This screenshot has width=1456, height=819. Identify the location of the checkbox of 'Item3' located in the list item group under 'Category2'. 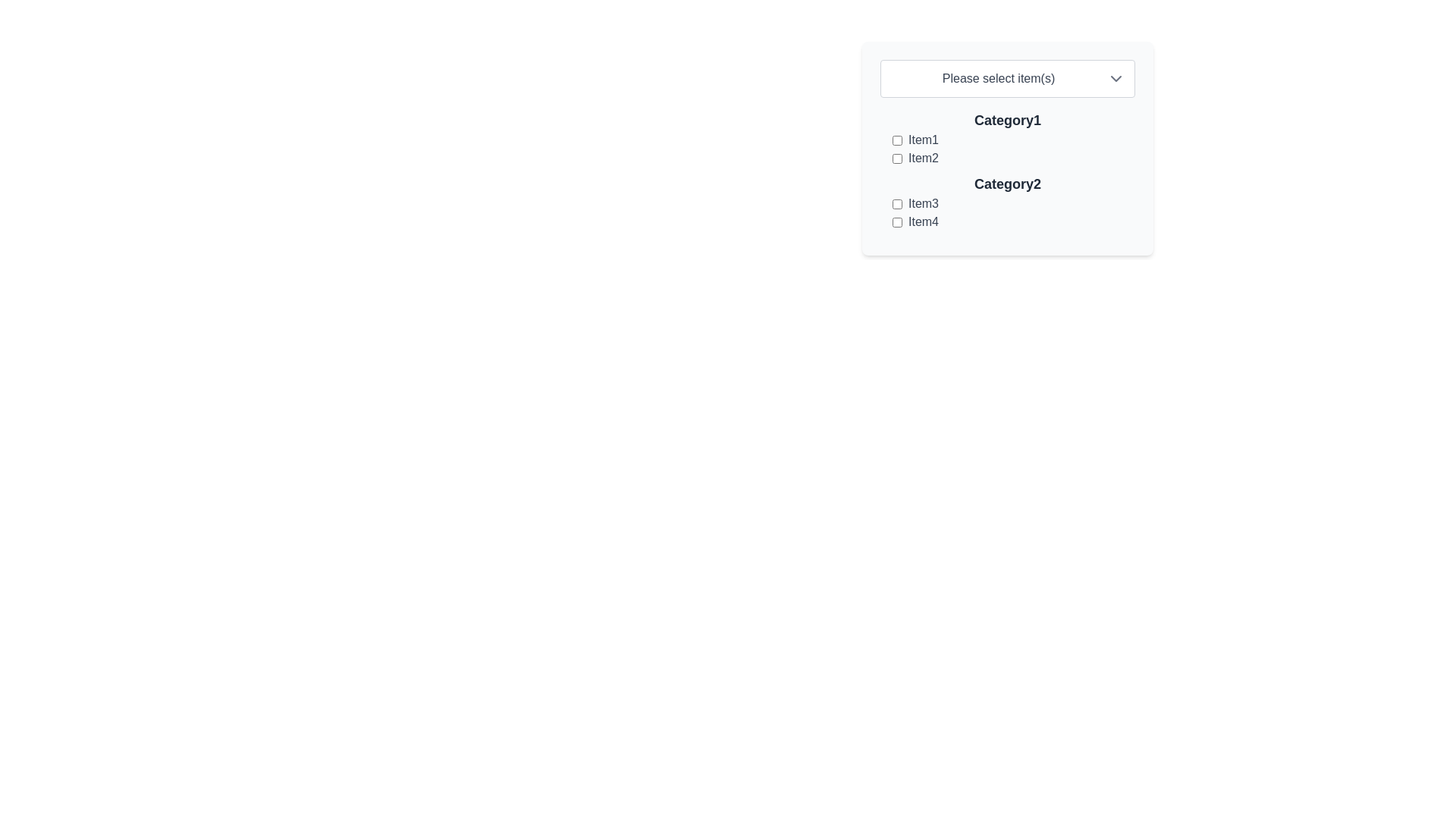
(1008, 213).